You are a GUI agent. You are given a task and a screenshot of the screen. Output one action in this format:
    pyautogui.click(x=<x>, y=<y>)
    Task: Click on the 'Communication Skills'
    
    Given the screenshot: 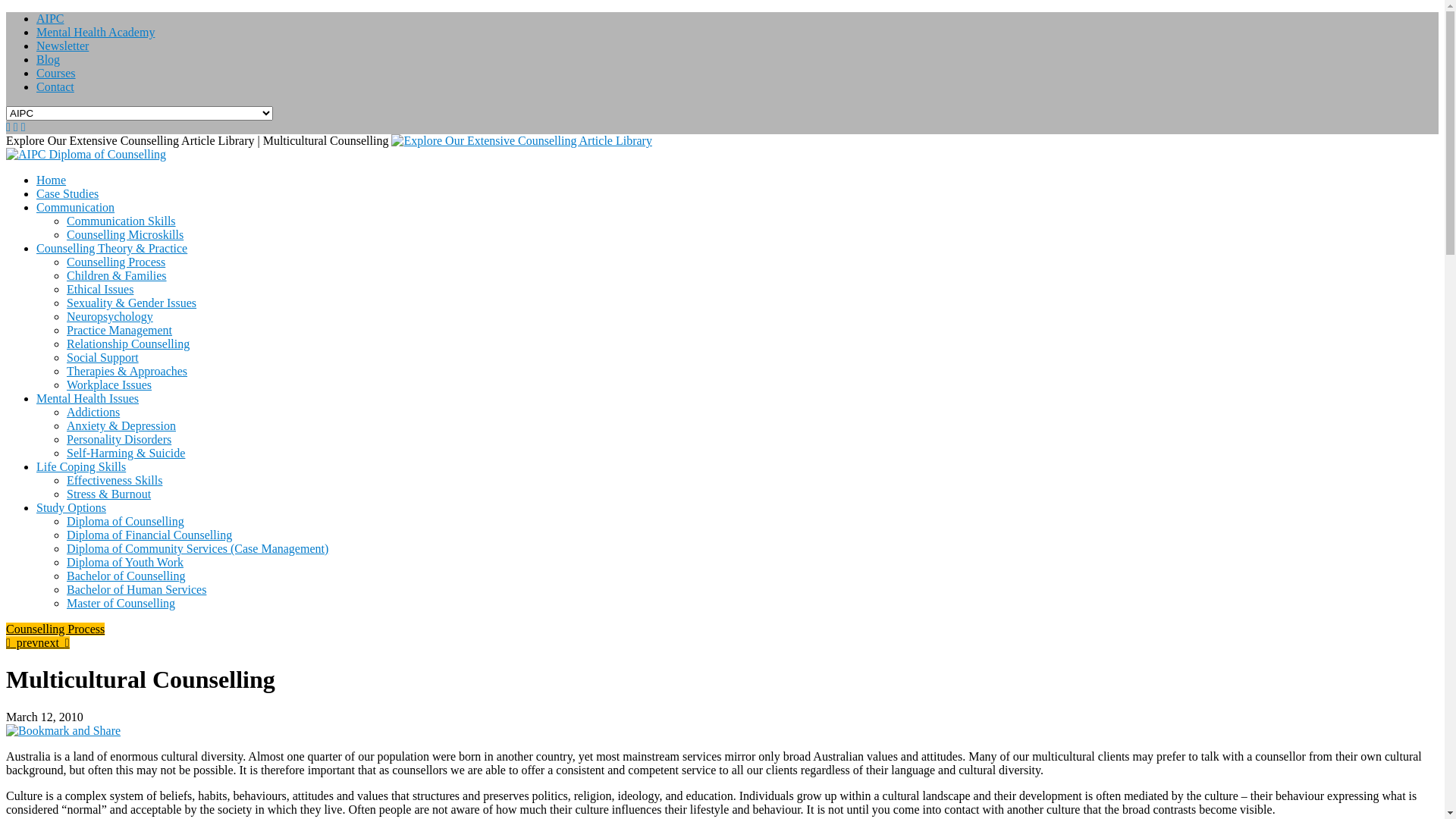 What is the action you would take?
    pyautogui.click(x=65, y=221)
    